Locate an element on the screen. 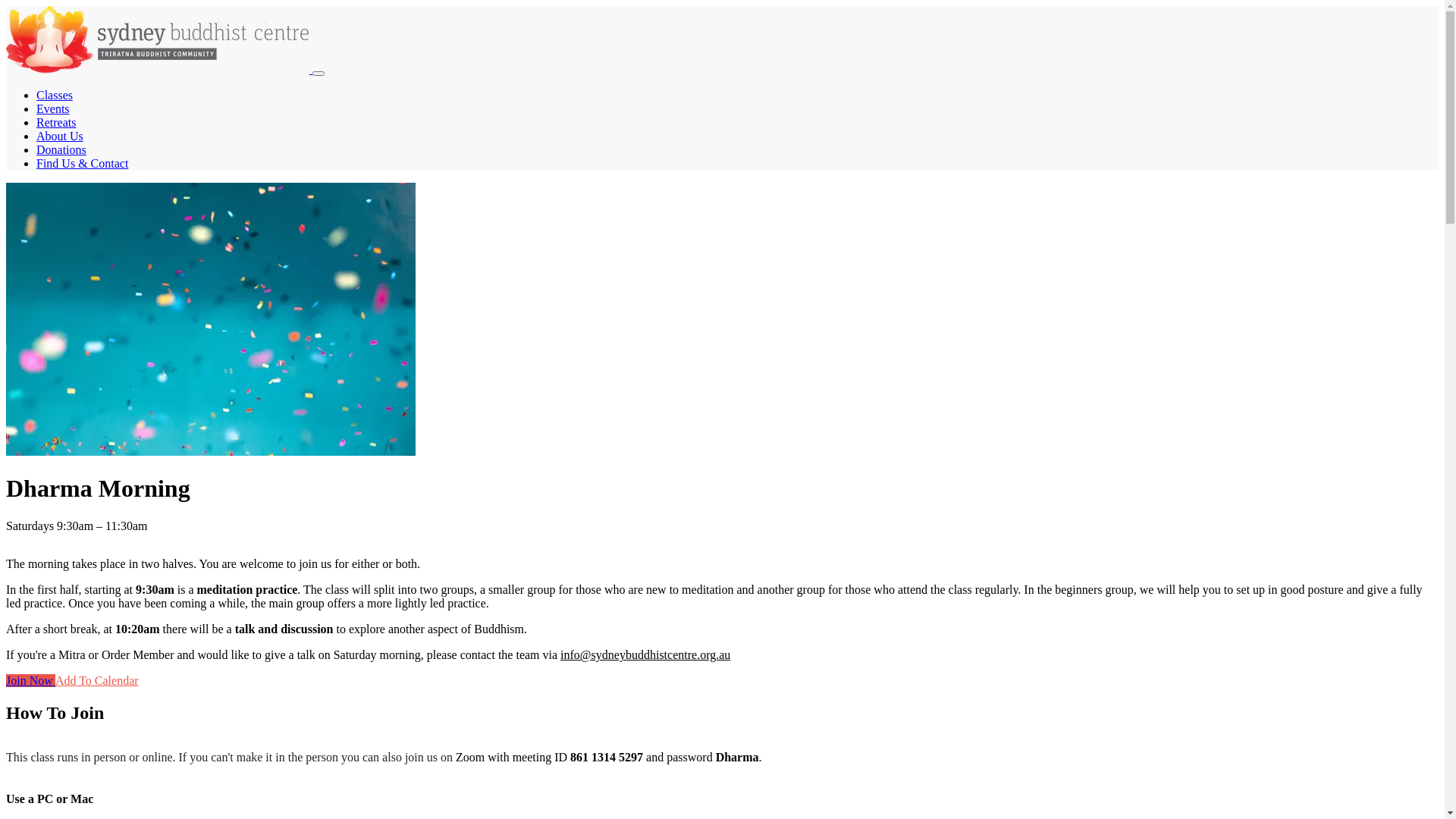 This screenshot has width=1456, height=819. 'Events' is located at coordinates (53, 108).